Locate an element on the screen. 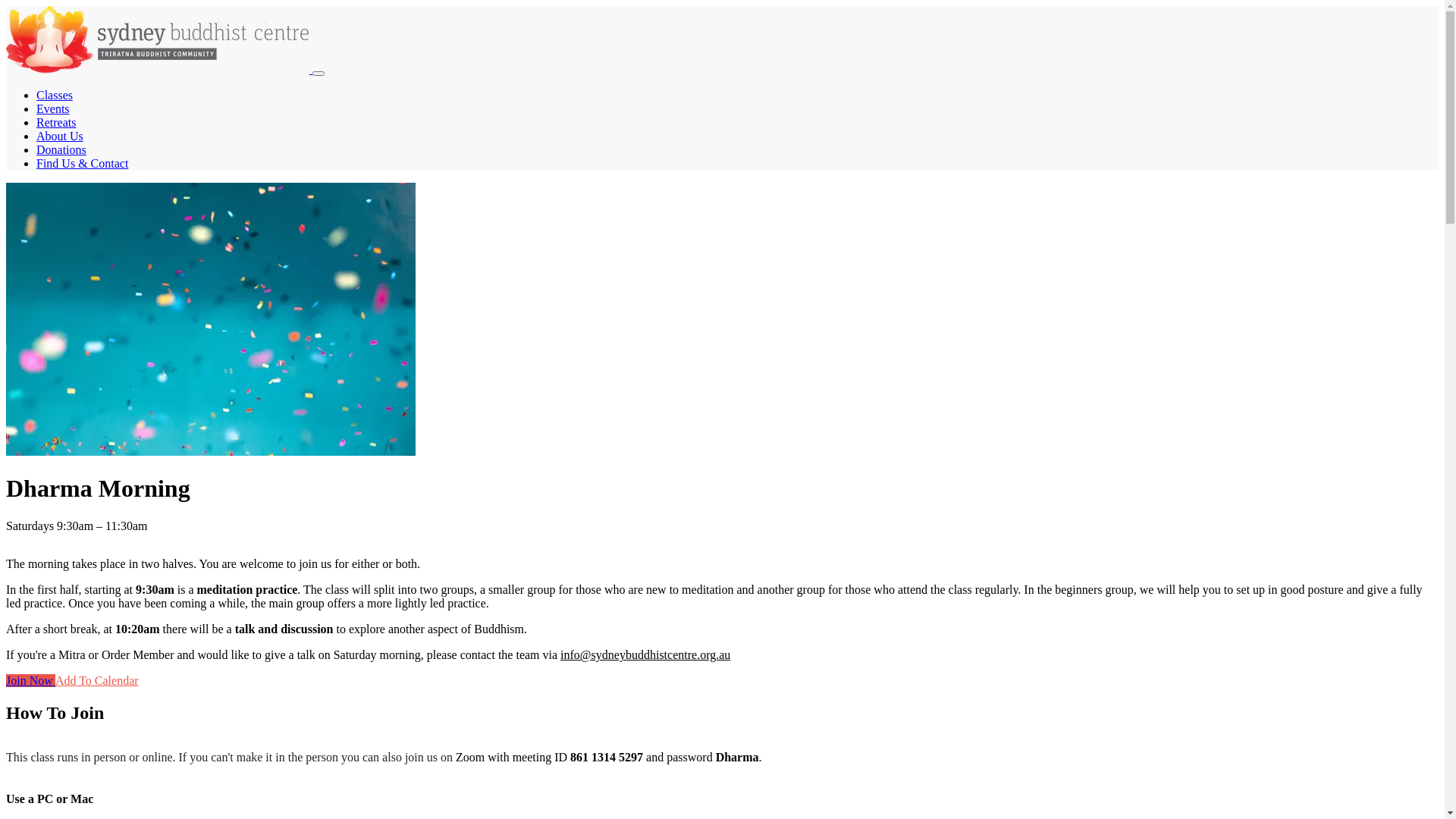 This screenshot has width=1456, height=819. 'Events' is located at coordinates (53, 108).